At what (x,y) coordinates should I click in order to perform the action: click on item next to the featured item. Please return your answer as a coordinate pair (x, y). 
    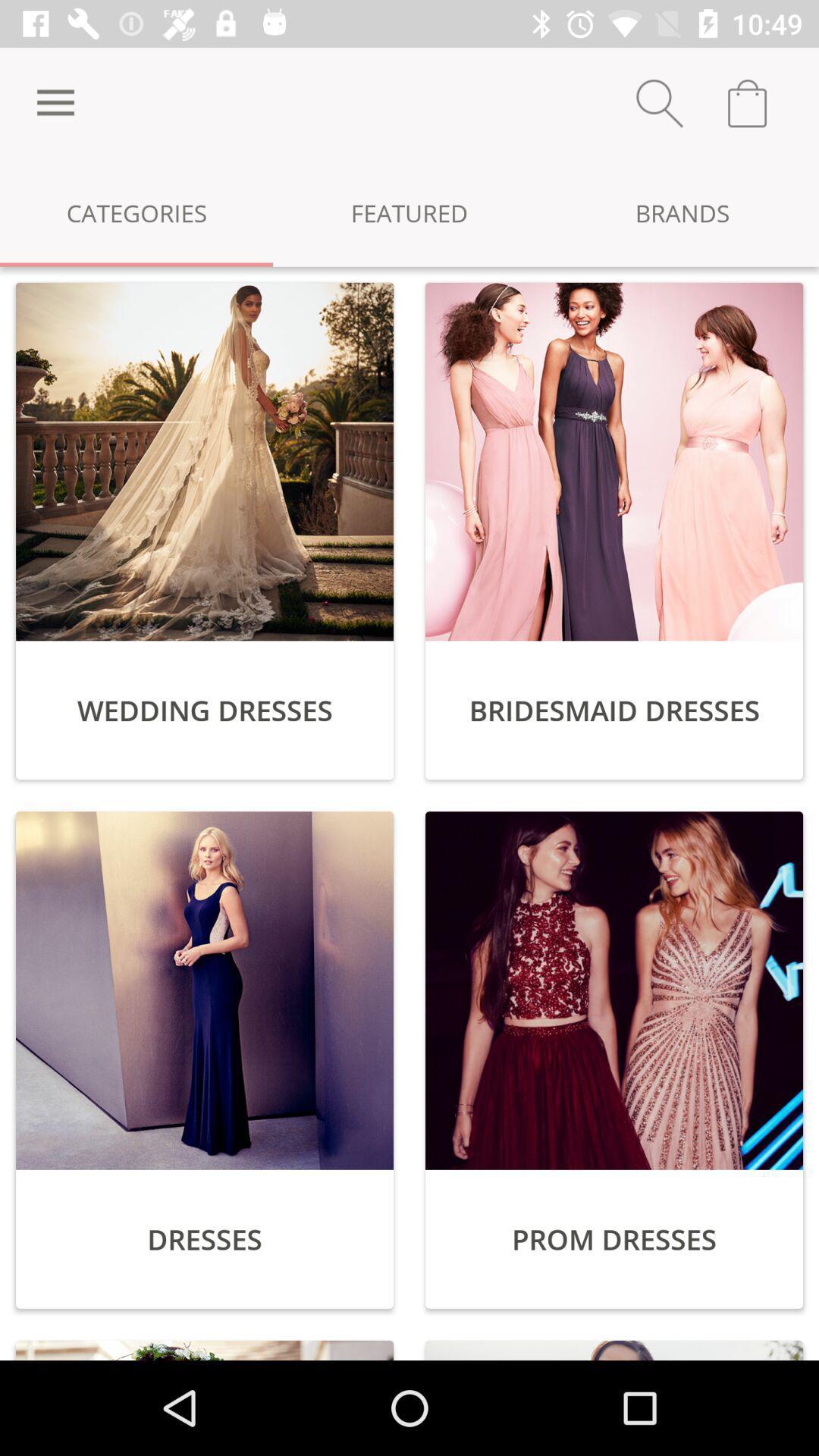
    Looking at the image, I should click on (136, 212).